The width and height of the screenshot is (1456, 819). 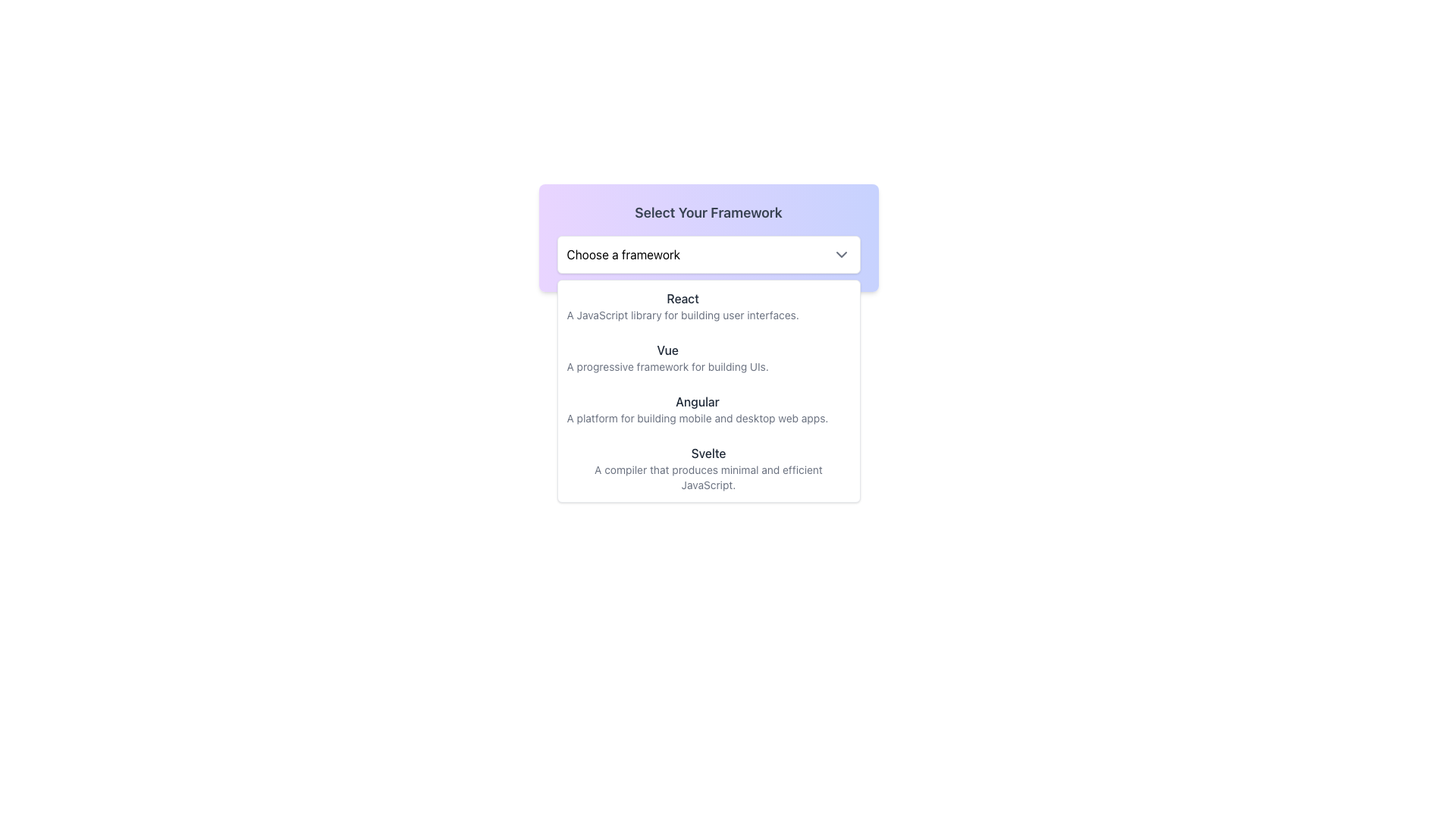 I want to click on the text label that reads 'A progressive framework for building UIs.' located below the bold 'Vue' text in the 'Select Your Framework' section, so click(x=667, y=366).